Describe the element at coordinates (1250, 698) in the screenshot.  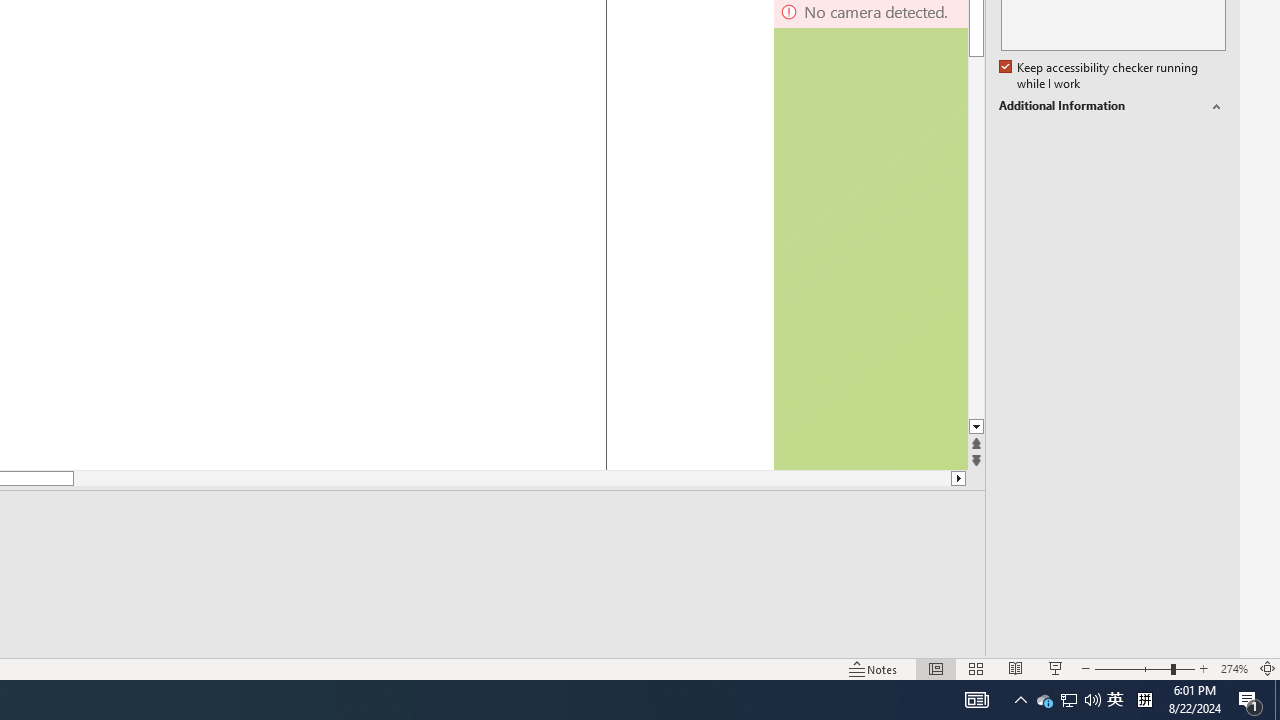
I see `'Action Center, 1 new notification'` at that location.